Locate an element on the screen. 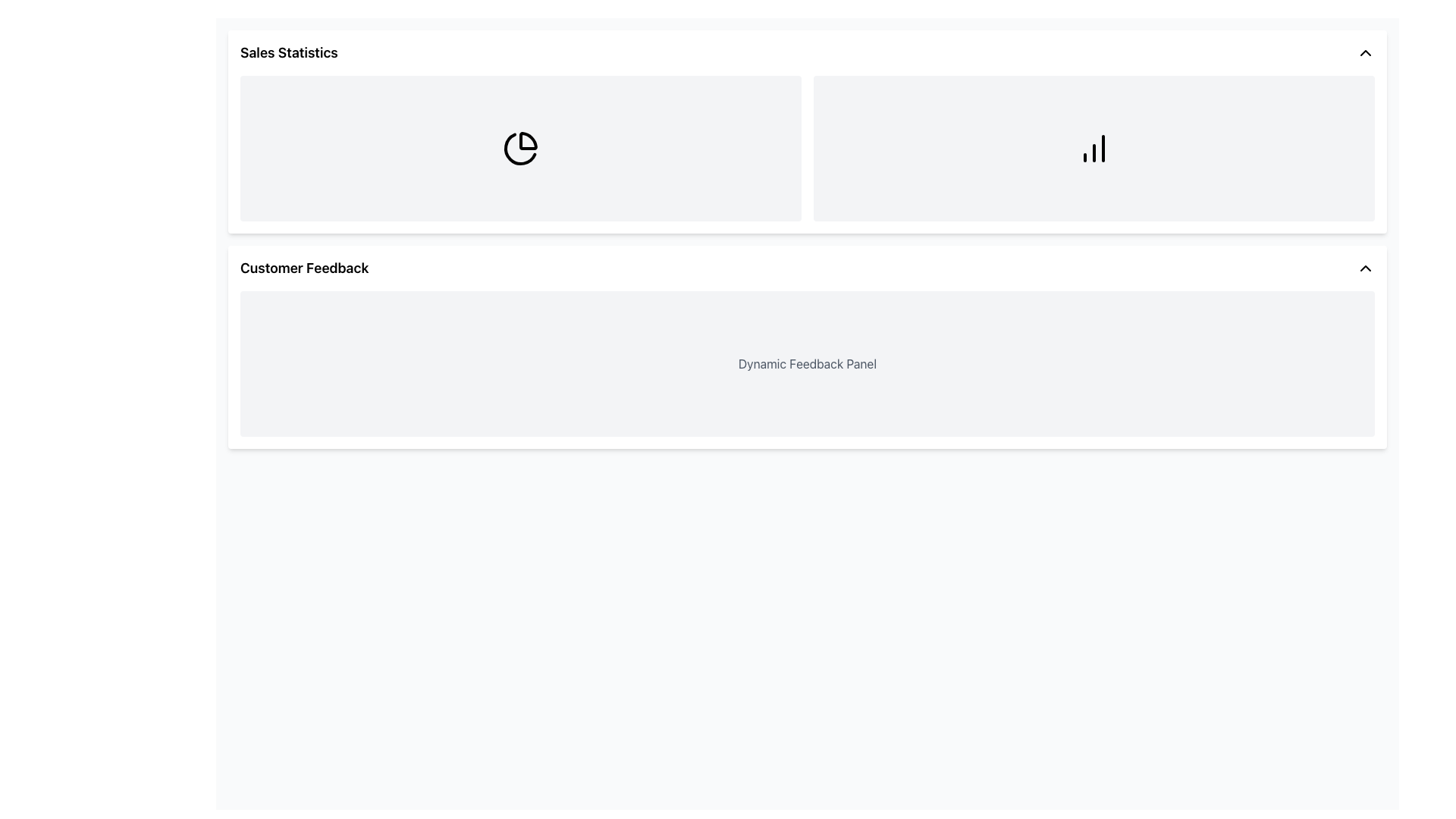 The width and height of the screenshot is (1456, 819). the increasing bar chart icon located in the upper portion of the layout under the 'Sales Statistics' heading is located at coordinates (1094, 149).